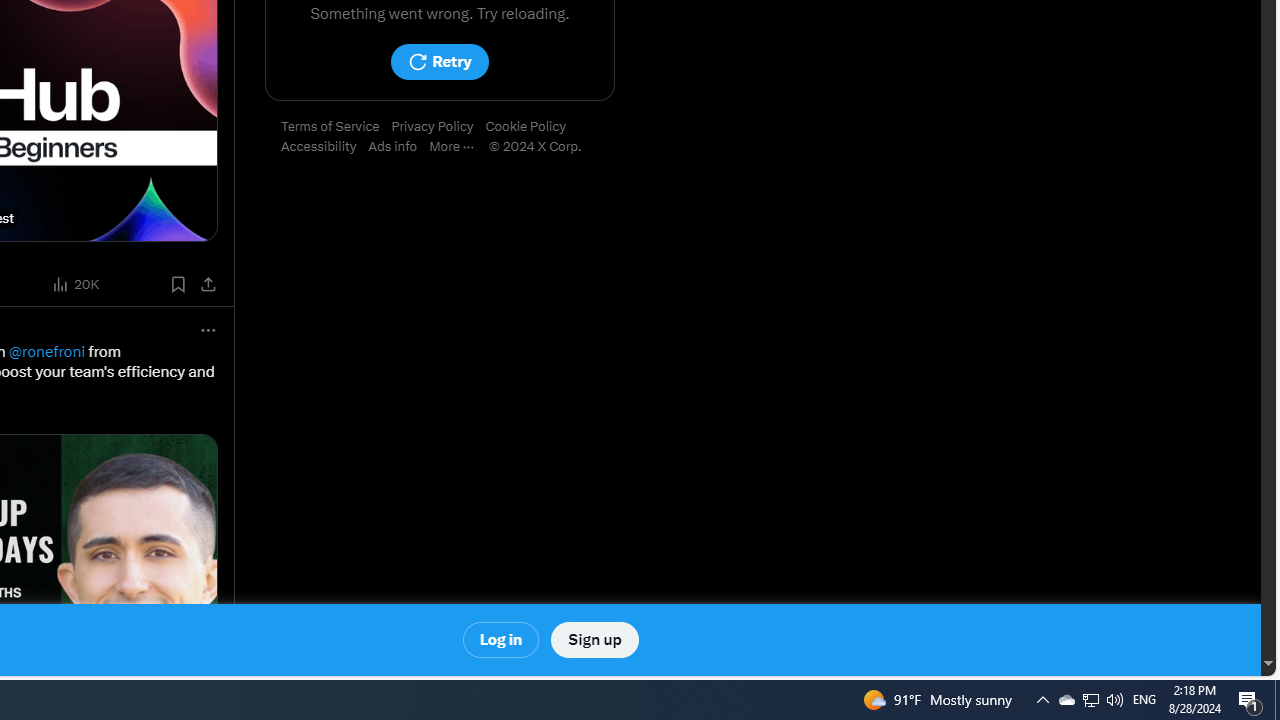 The width and height of the screenshot is (1280, 720). Describe the element at coordinates (457, 146) in the screenshot. I see `'More'` at that location.